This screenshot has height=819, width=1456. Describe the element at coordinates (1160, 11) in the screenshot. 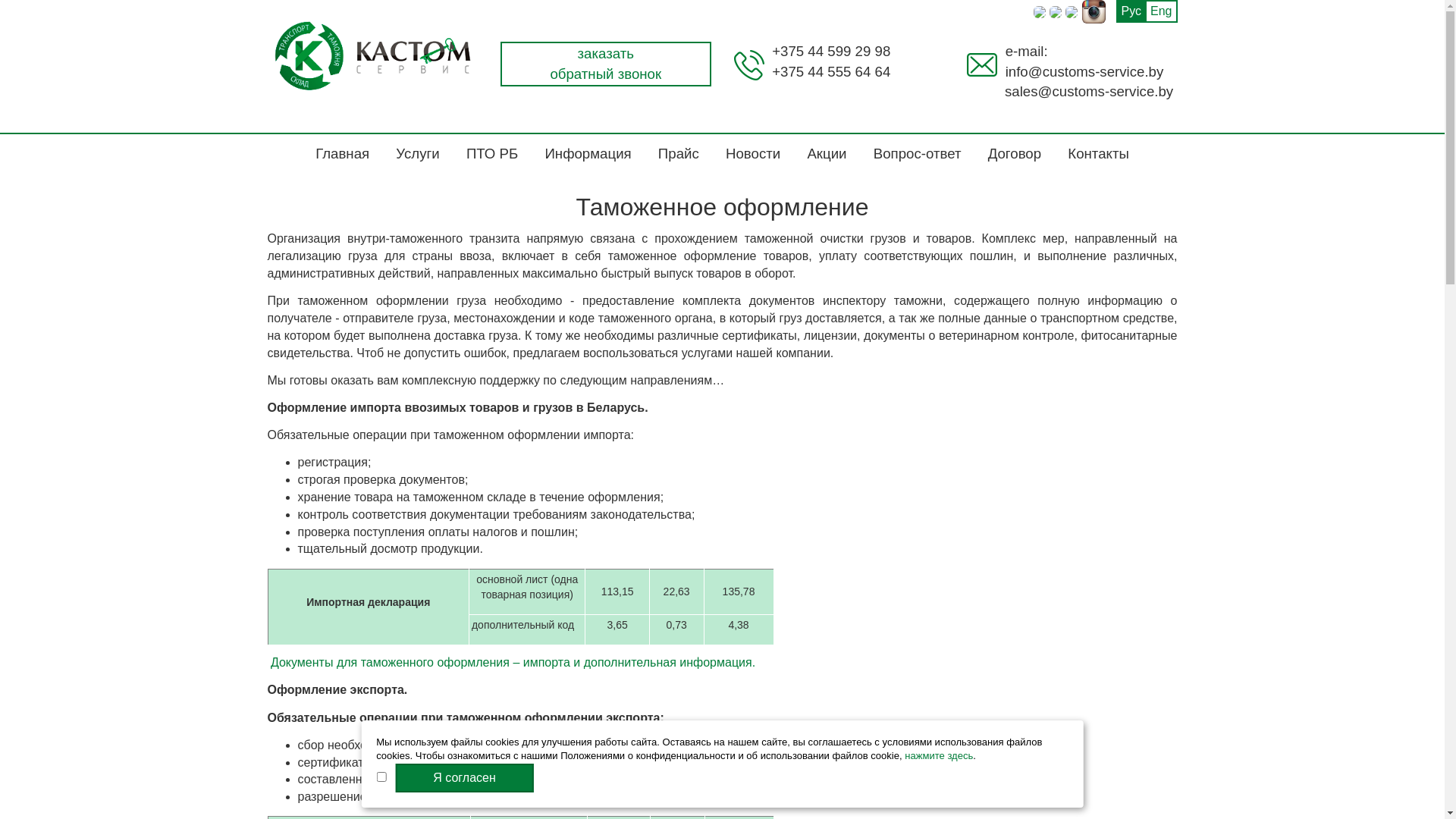

I see `'Eng'` at that location.